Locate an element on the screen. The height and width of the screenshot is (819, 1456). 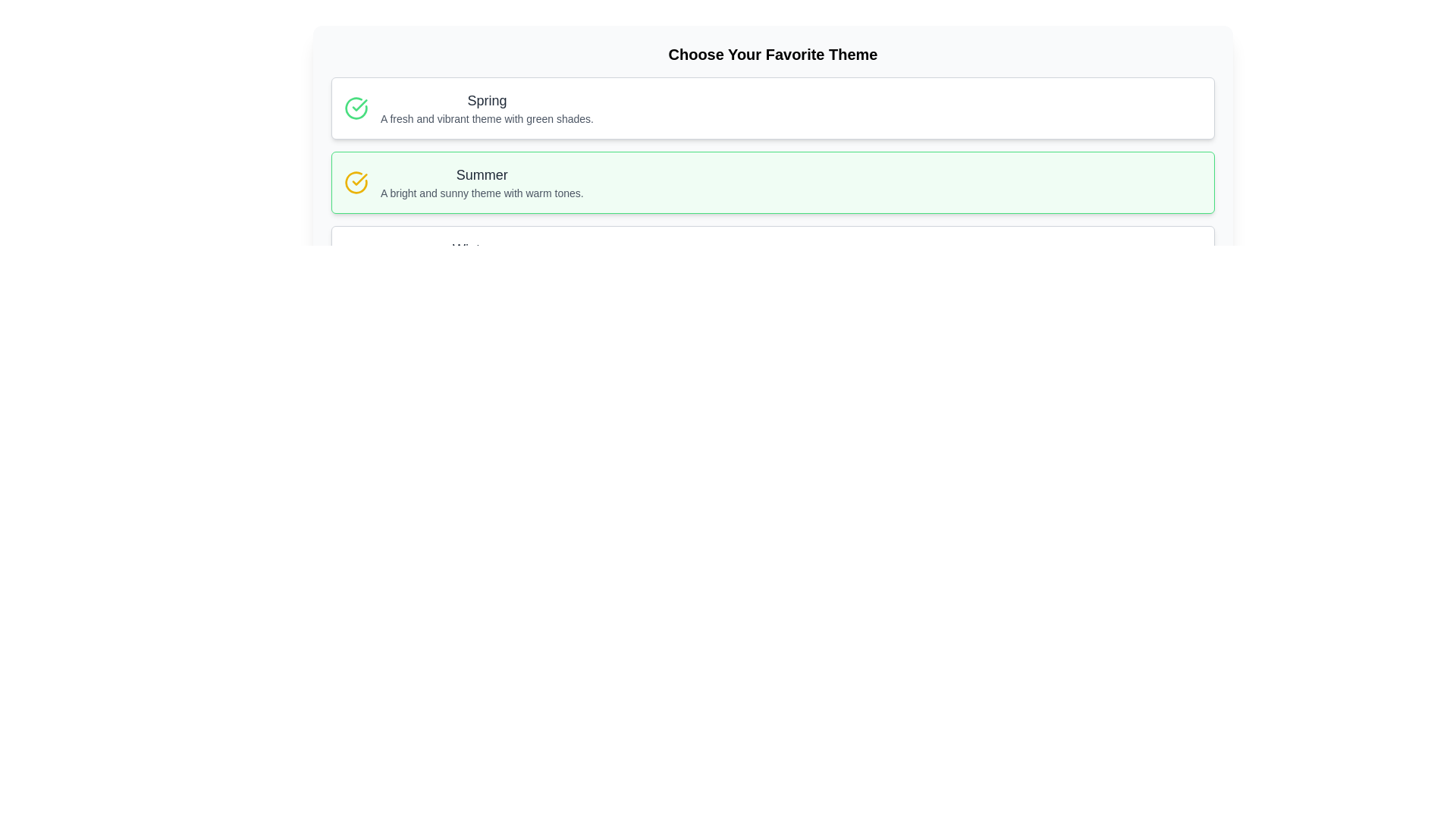
the text block that describes the 'Summer' theme, which is centered horizontally within a rectangular card located in the second slot of a vertically stacked list is located at coordinates (481, 181).